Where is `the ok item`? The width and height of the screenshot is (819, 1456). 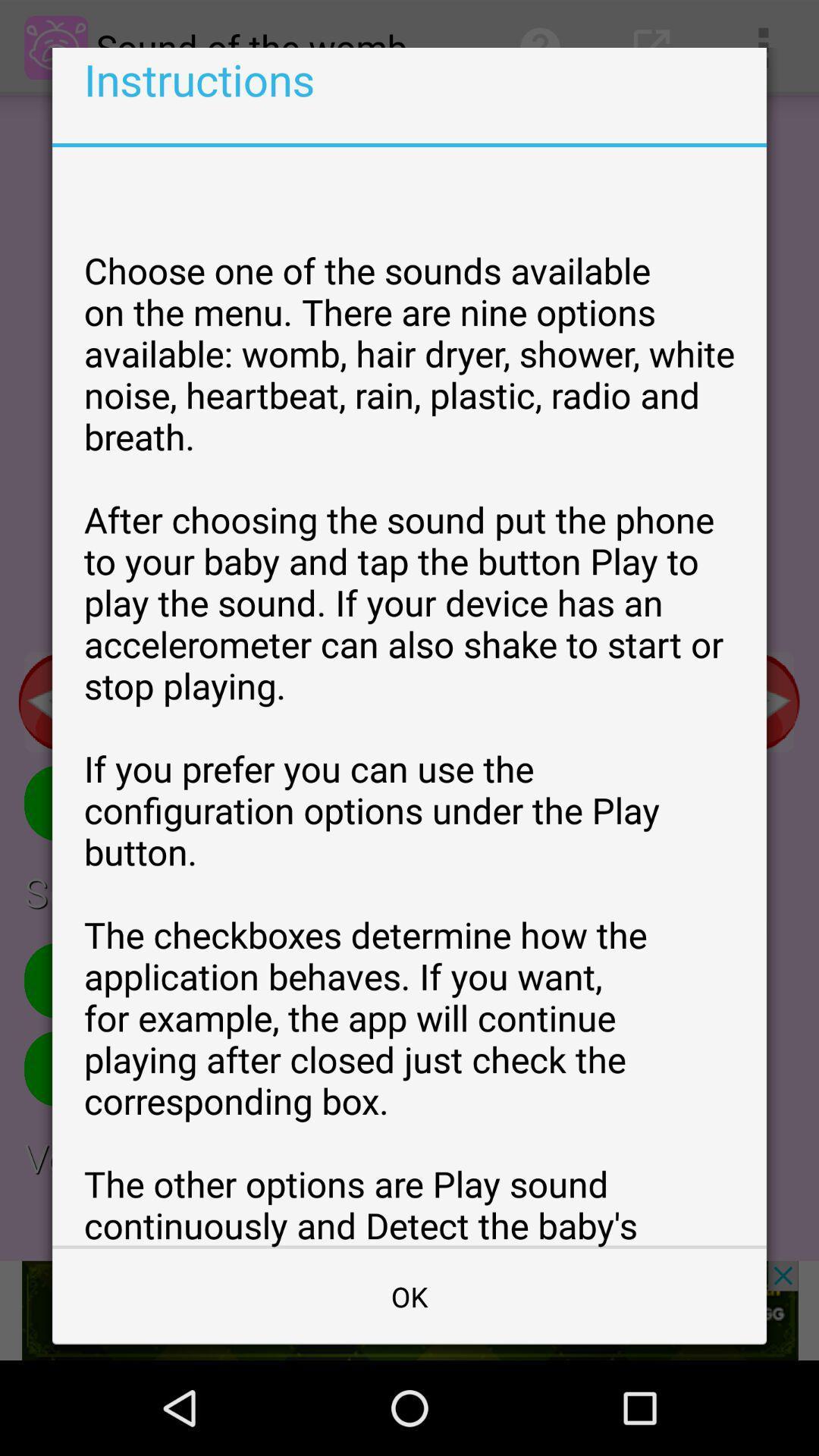 the ok item is located at coordinates (409, 1295).